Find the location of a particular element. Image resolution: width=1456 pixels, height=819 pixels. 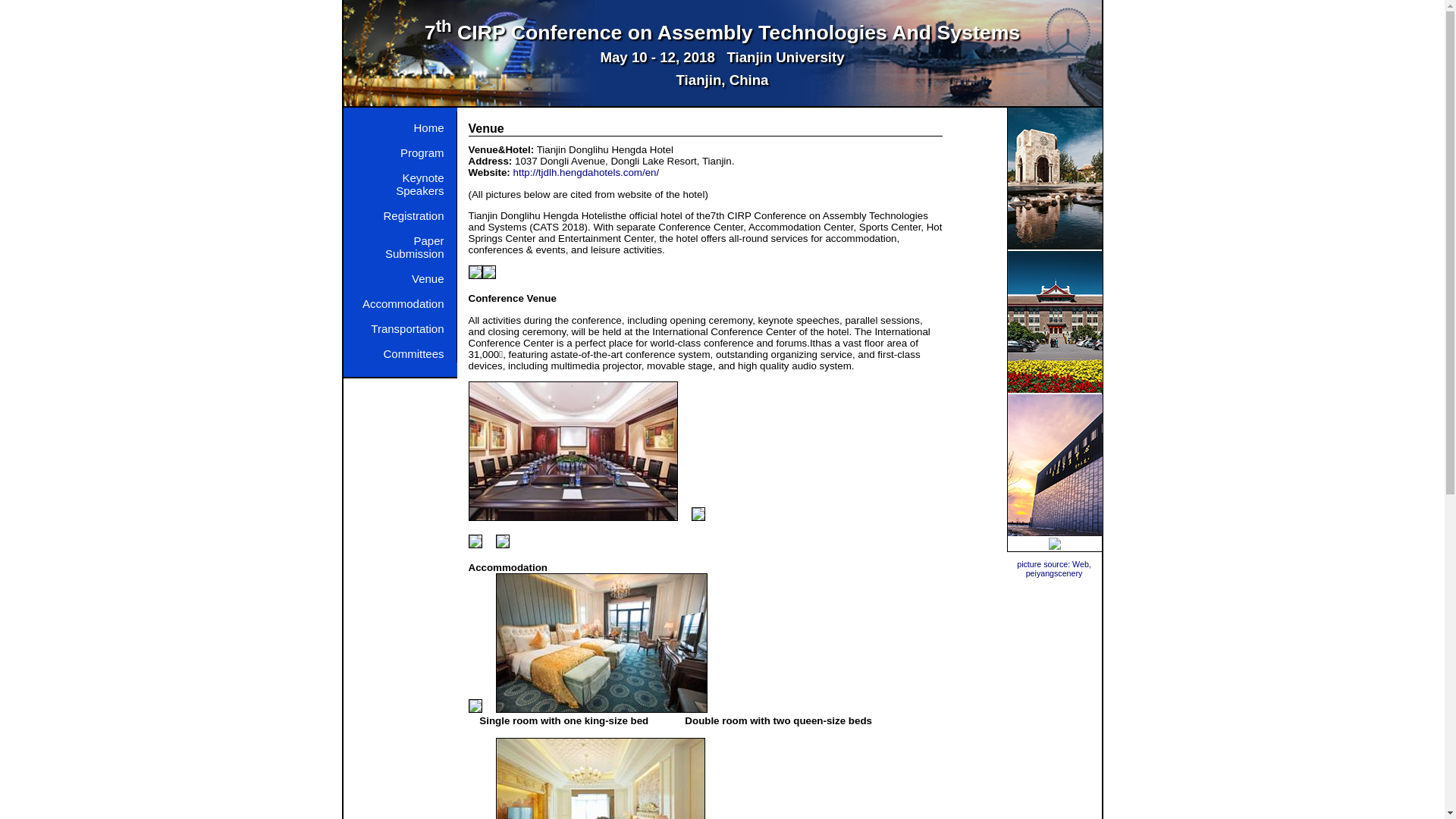

'Keynote Speakers' is located at coordinates (353, 180).